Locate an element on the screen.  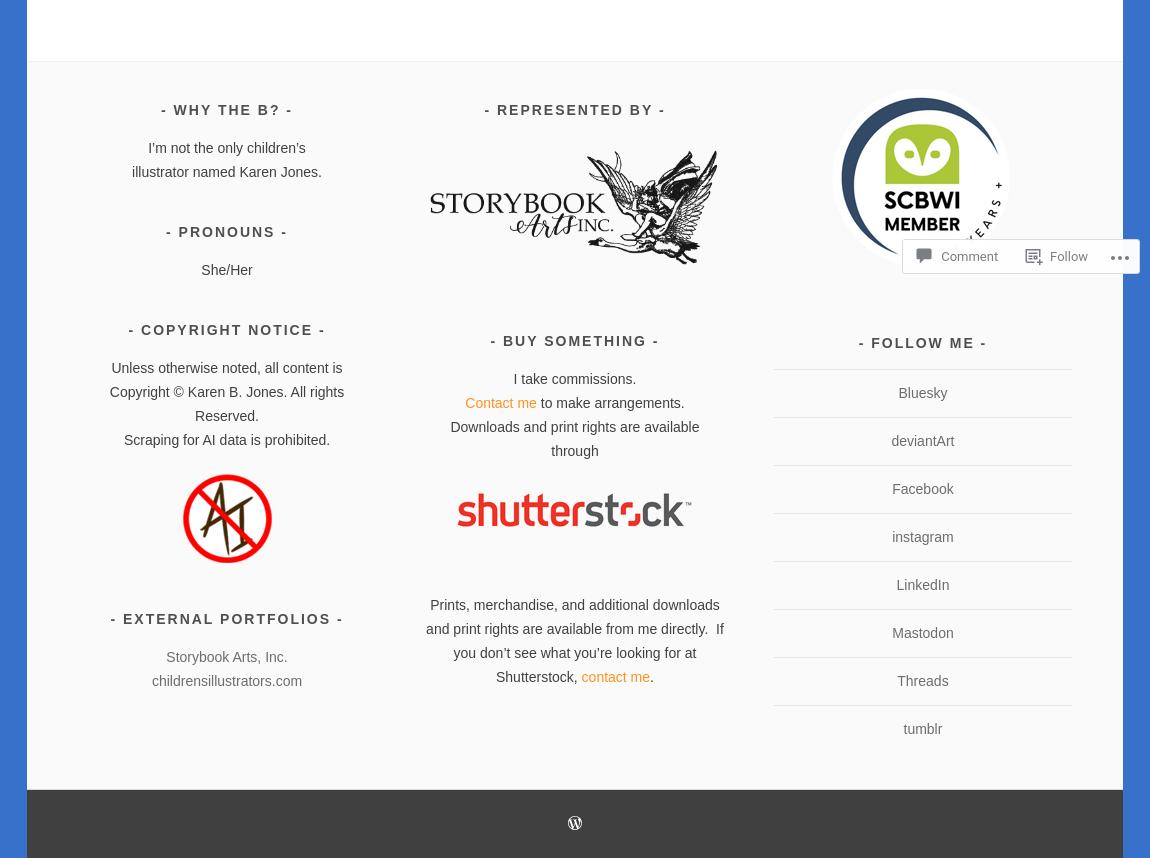
'Prints, merchandise, and additional downloads and print rights are available from me directly.  If you don’t see what you’re looking for at Shutterstock,' is located at coordinates (425, 639).